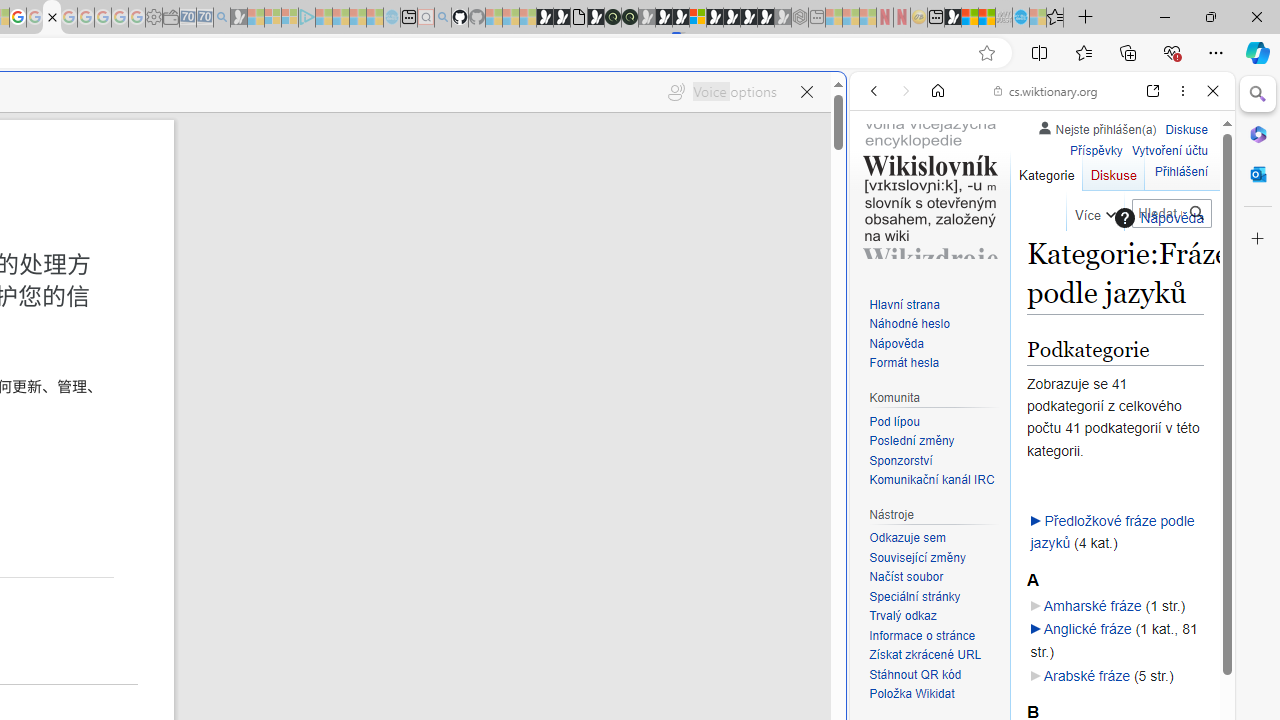 The height and width of the screenshot is (720, 1280). What do you see at coordinates (1006, 227) in the screenshot?
I see `'Search Filter, VIDEOS'` at bounding box center [1006, 227].